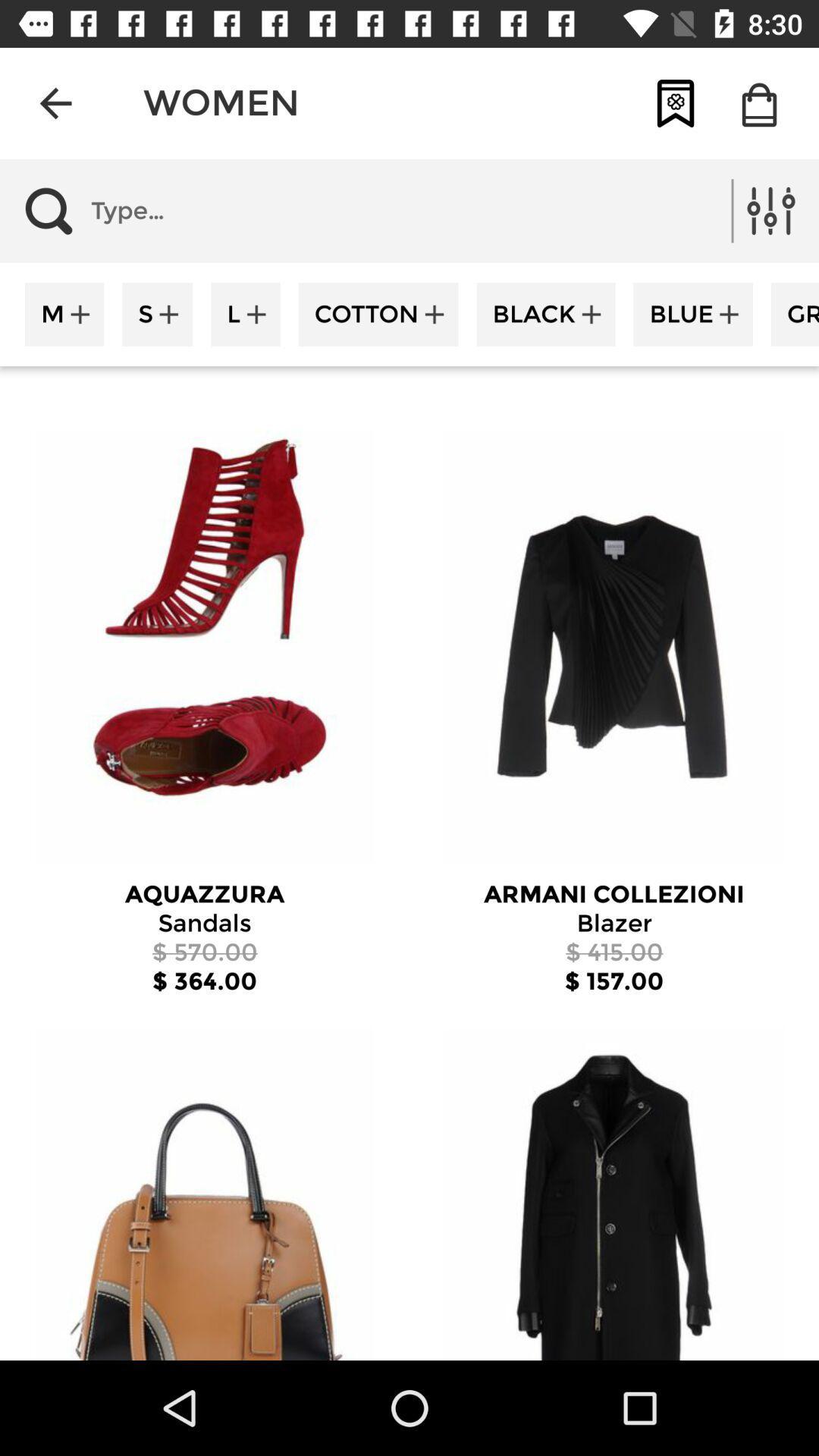  I want to click on icon to the left of the blue, so click(546, 313).